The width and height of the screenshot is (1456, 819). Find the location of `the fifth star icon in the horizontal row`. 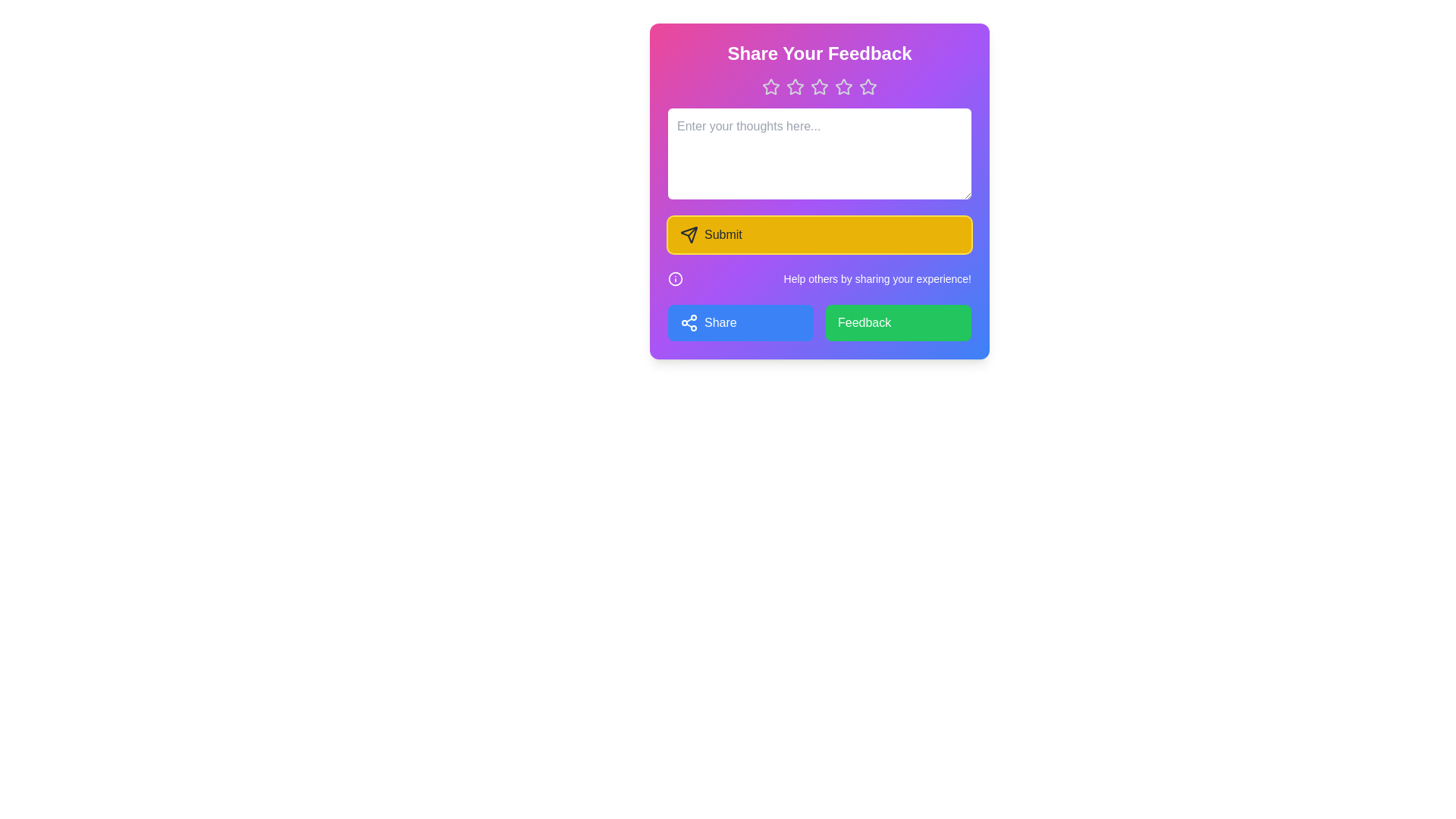

the fifth star icon in the horizontal row is located at coordinates (868, 87).